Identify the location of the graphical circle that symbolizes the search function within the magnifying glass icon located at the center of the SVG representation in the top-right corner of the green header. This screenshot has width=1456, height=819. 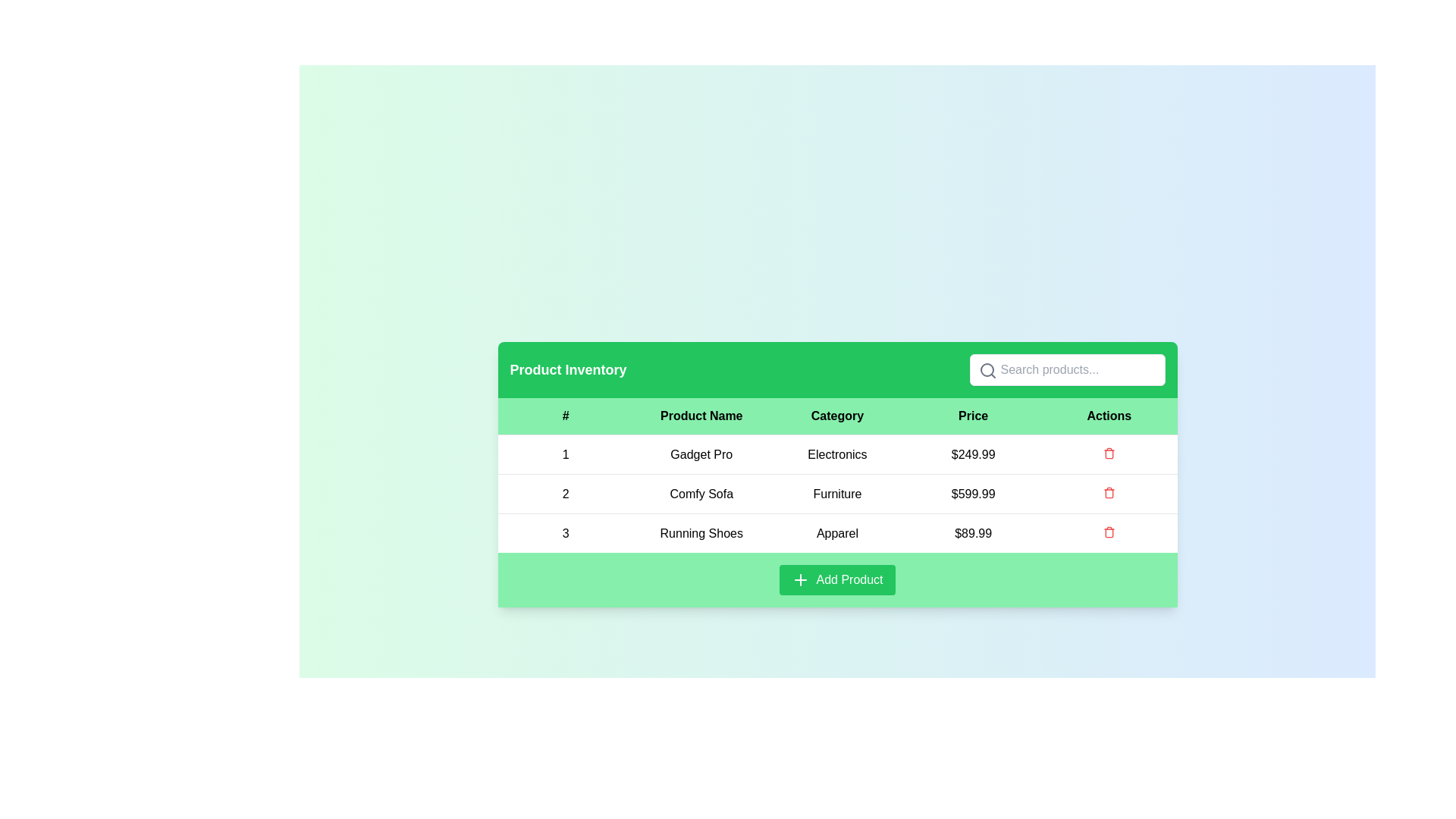
(987, 370).